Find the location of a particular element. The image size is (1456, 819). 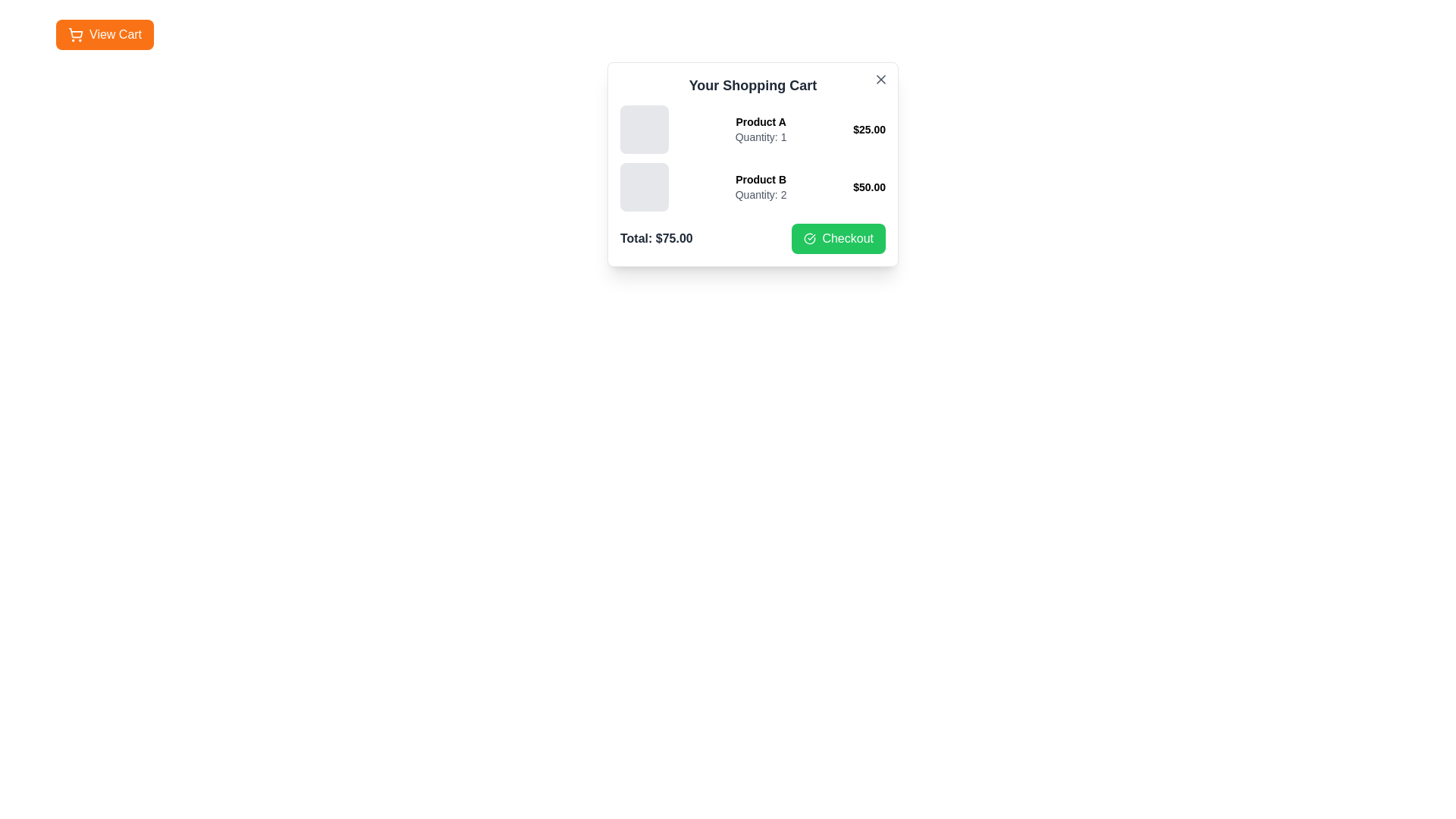

the green rectangular button labeled 'Checkout' with a checkmark icon is located at coordinates (838, 239).